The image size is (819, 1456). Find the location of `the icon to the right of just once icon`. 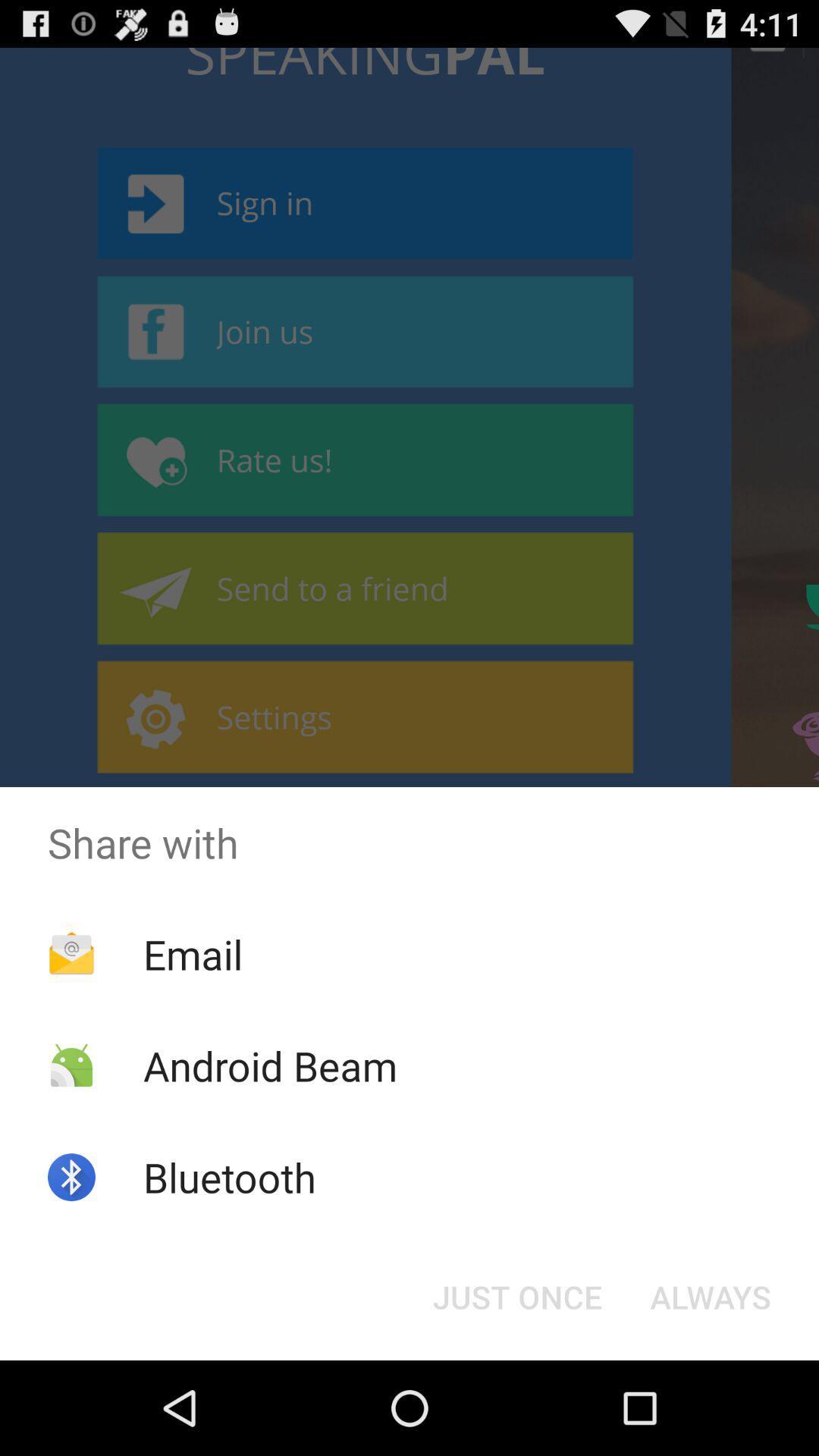

the icon to the right of just once icon is located at coordinates (711, 1295).